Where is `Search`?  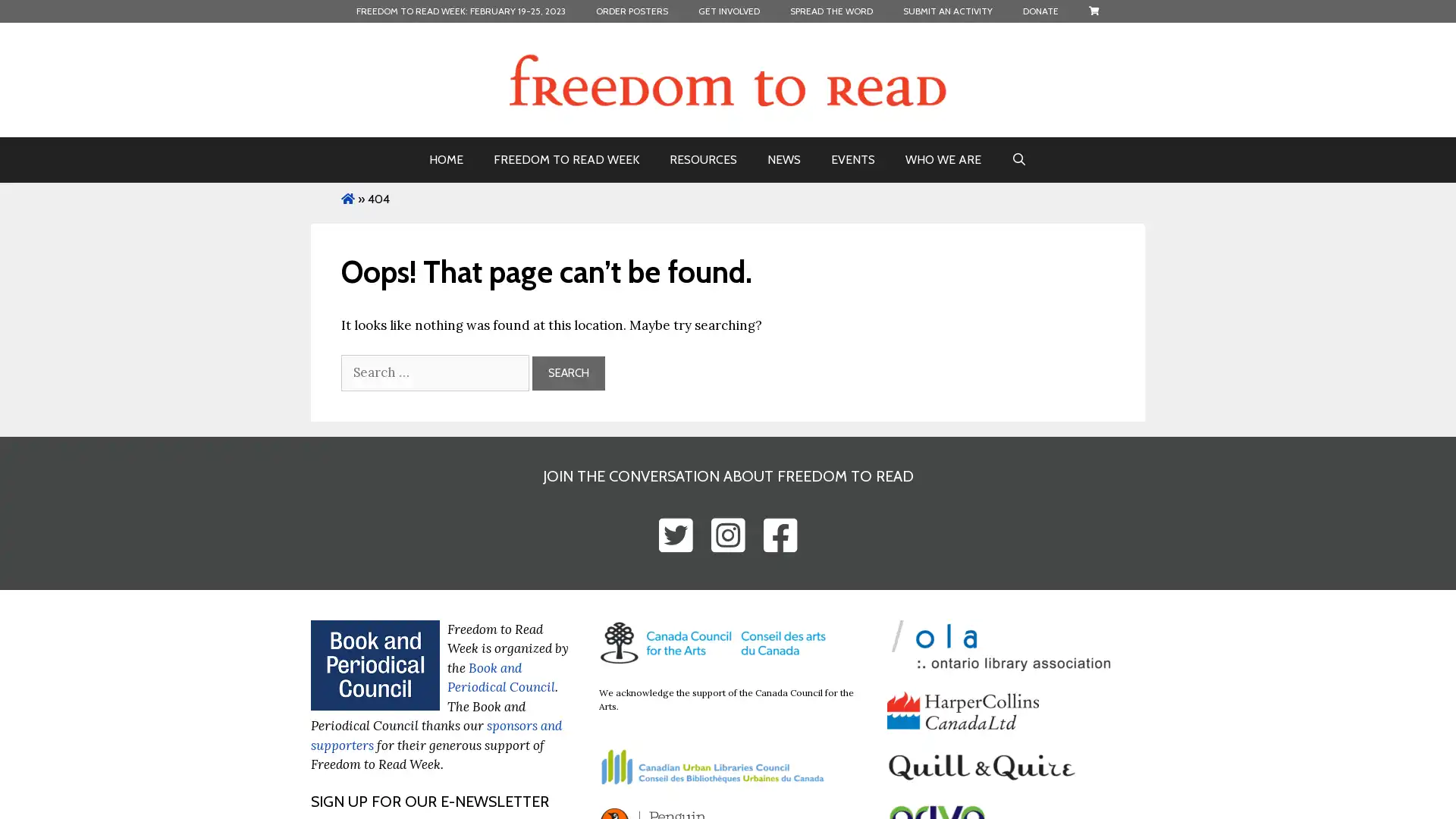 Search is located at coordinates (567, 373).